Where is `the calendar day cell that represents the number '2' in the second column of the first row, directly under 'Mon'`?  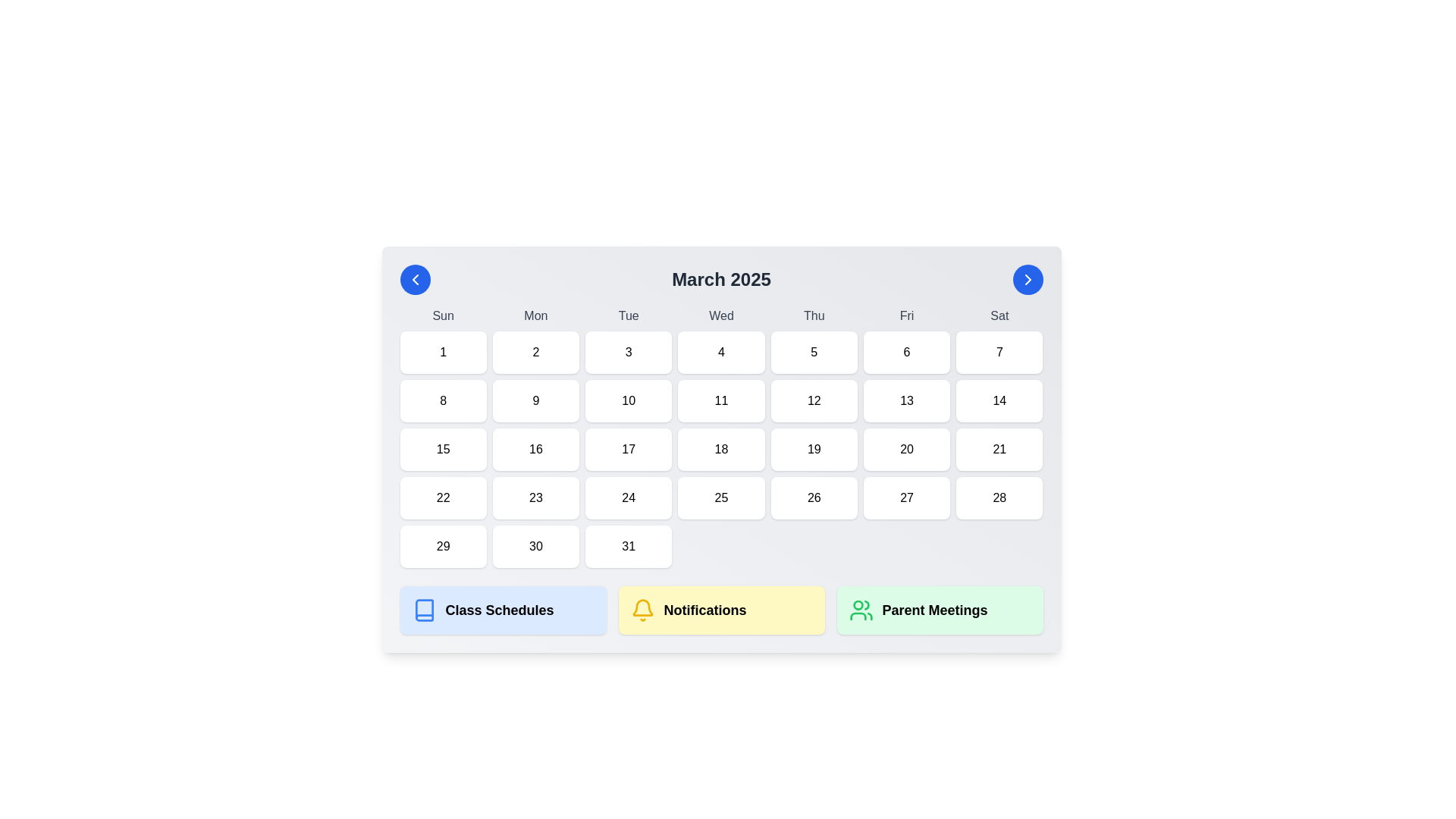
the calendar day cell that represents the number '2' in the second column of the first row, directly under 'Mon' is located at coordinates (535, 353).